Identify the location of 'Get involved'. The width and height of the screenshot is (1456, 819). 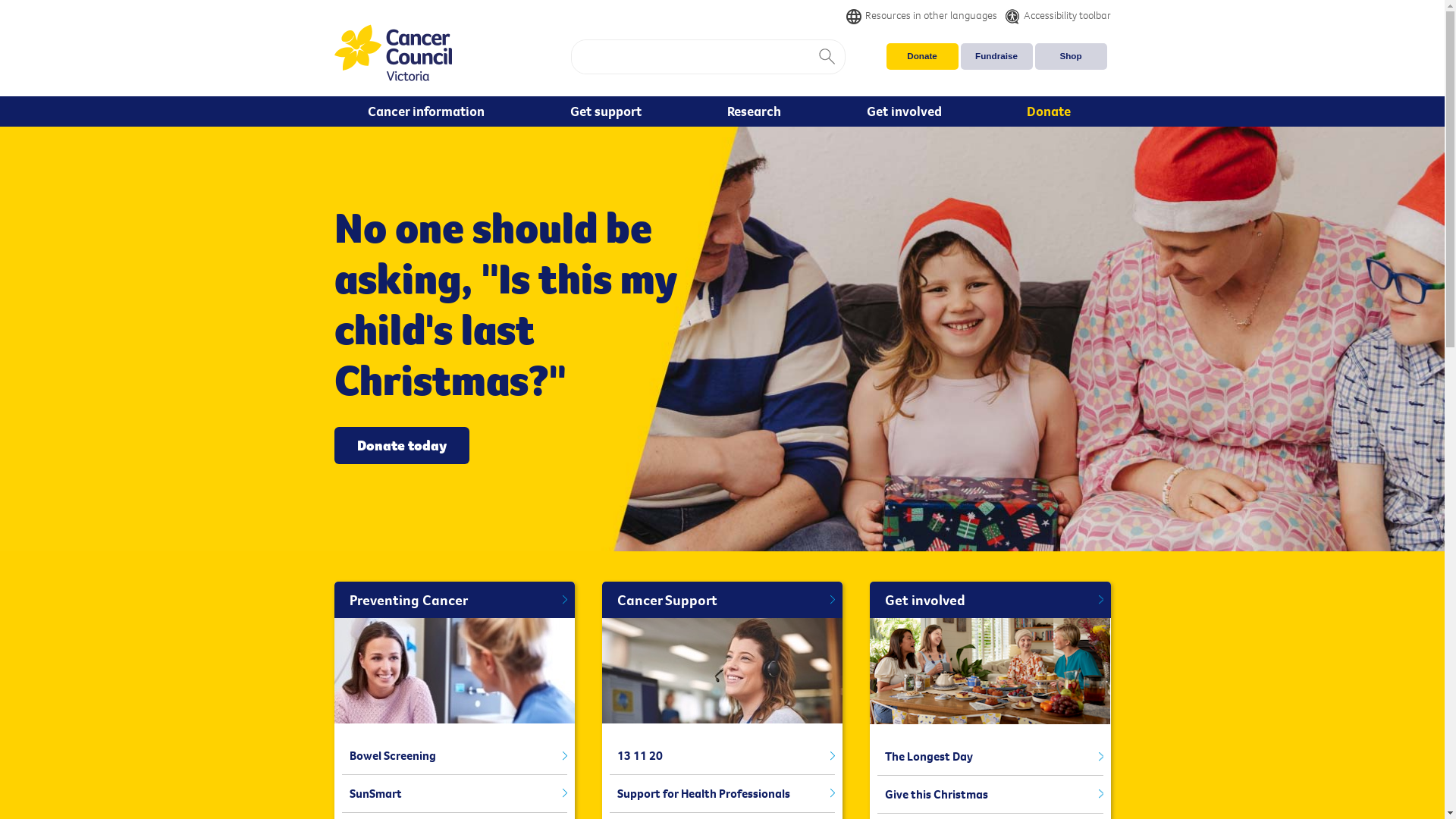
(990, 599).